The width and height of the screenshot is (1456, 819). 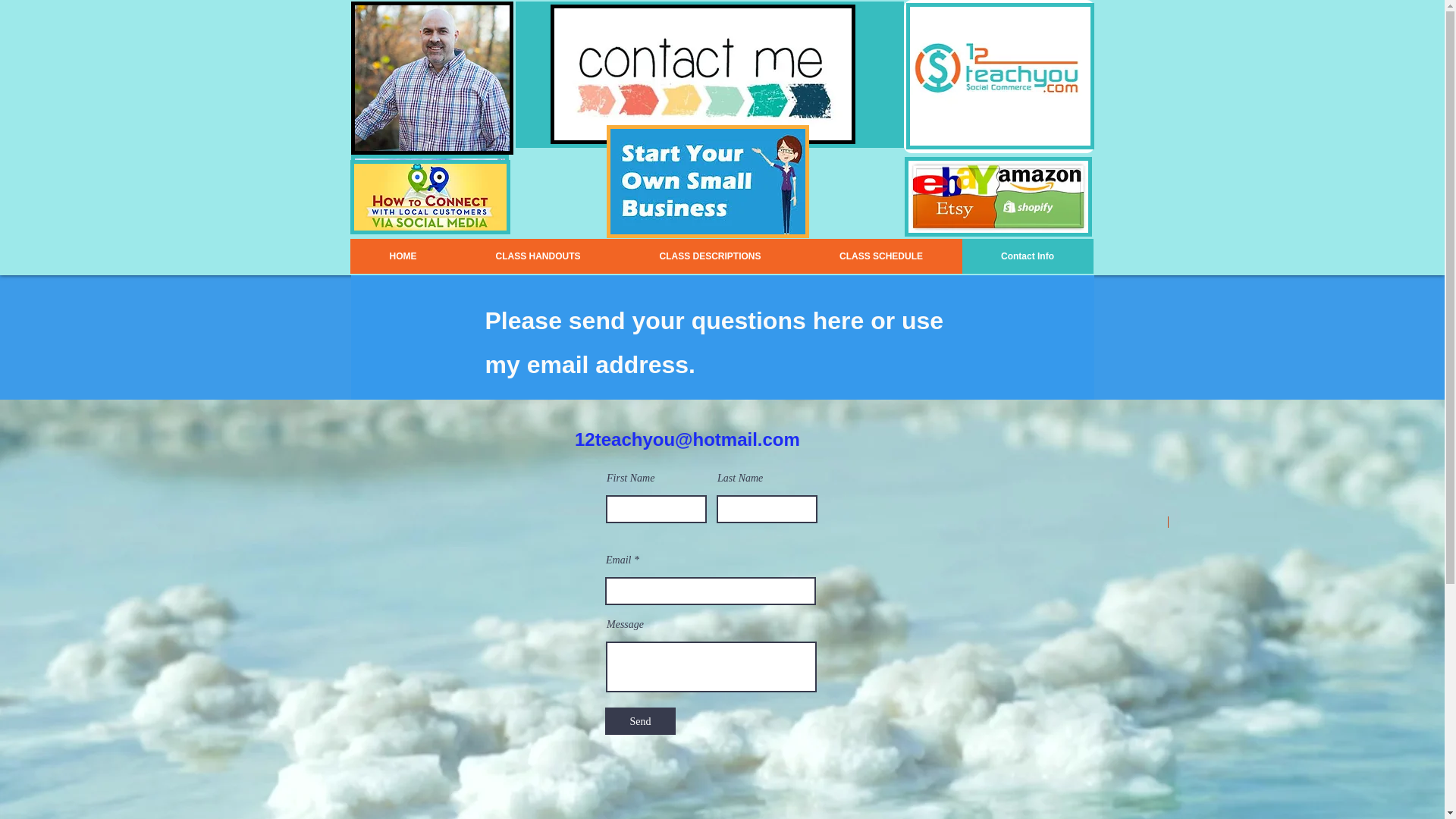 What do you see at coordinates (640, 720) in the screenshot?
I see `'Send'` at bounding box center [640, 720].